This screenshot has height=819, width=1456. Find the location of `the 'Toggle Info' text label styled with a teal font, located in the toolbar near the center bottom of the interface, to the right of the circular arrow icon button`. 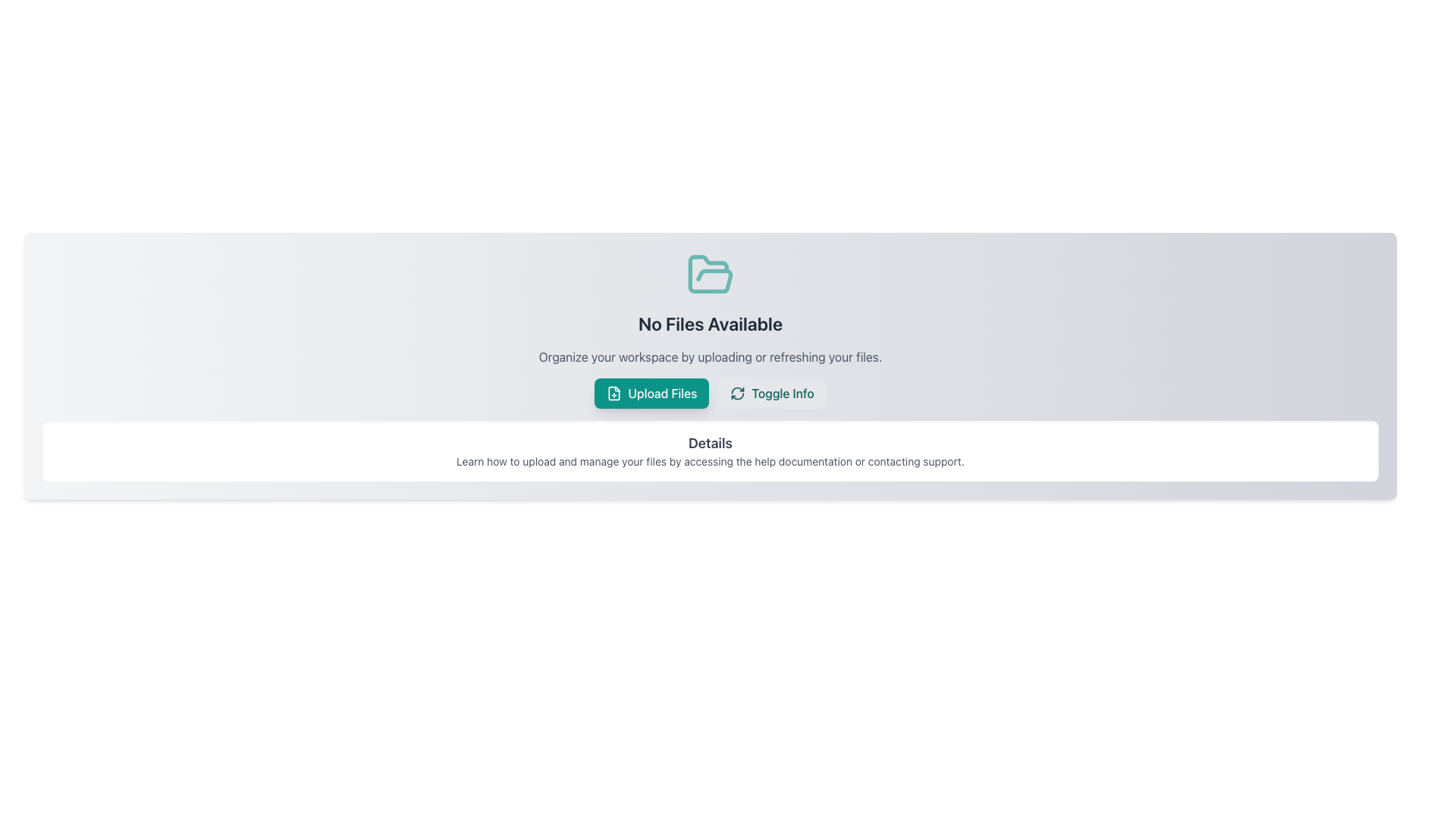

the 'Toggle Info' text label styled with a teal font, located in the toolbar near the center bottom of the interface, to the right of the circular arrow icon button is located at coordinates (783, 393).